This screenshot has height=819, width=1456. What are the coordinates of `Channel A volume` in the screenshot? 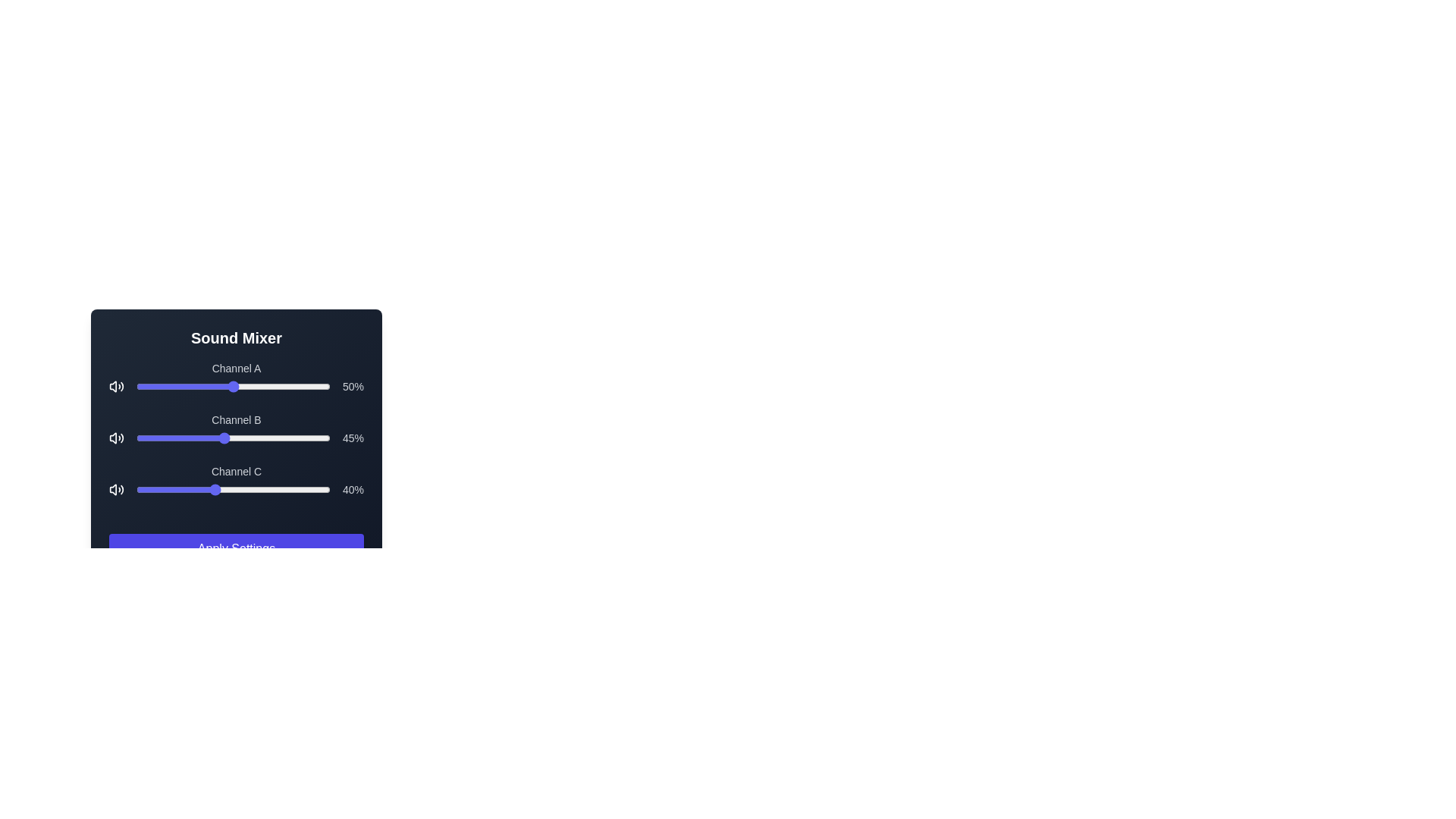 It's located at (238, 385).